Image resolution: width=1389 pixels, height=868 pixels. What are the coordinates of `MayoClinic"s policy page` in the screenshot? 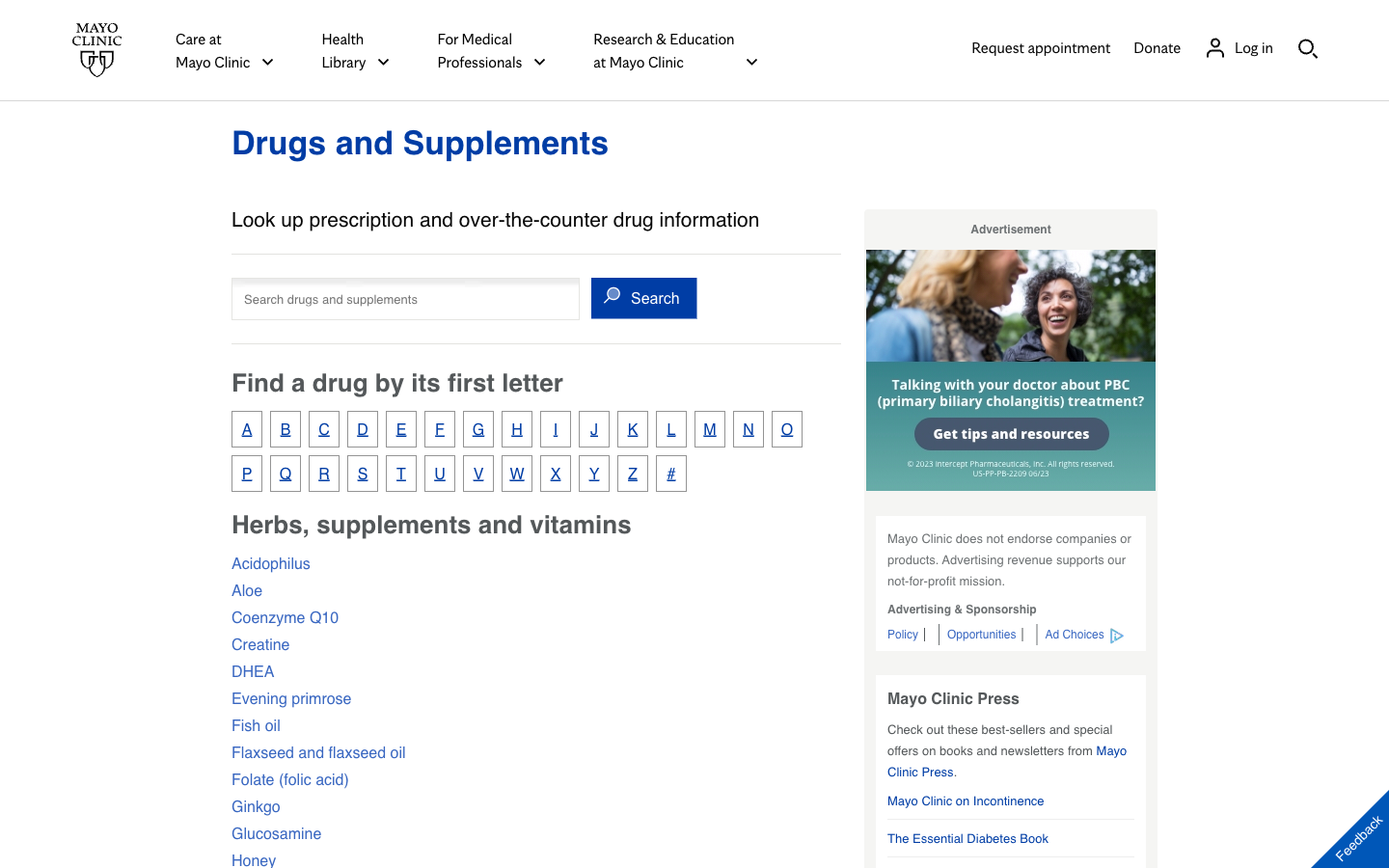 It's located at (906, 634).